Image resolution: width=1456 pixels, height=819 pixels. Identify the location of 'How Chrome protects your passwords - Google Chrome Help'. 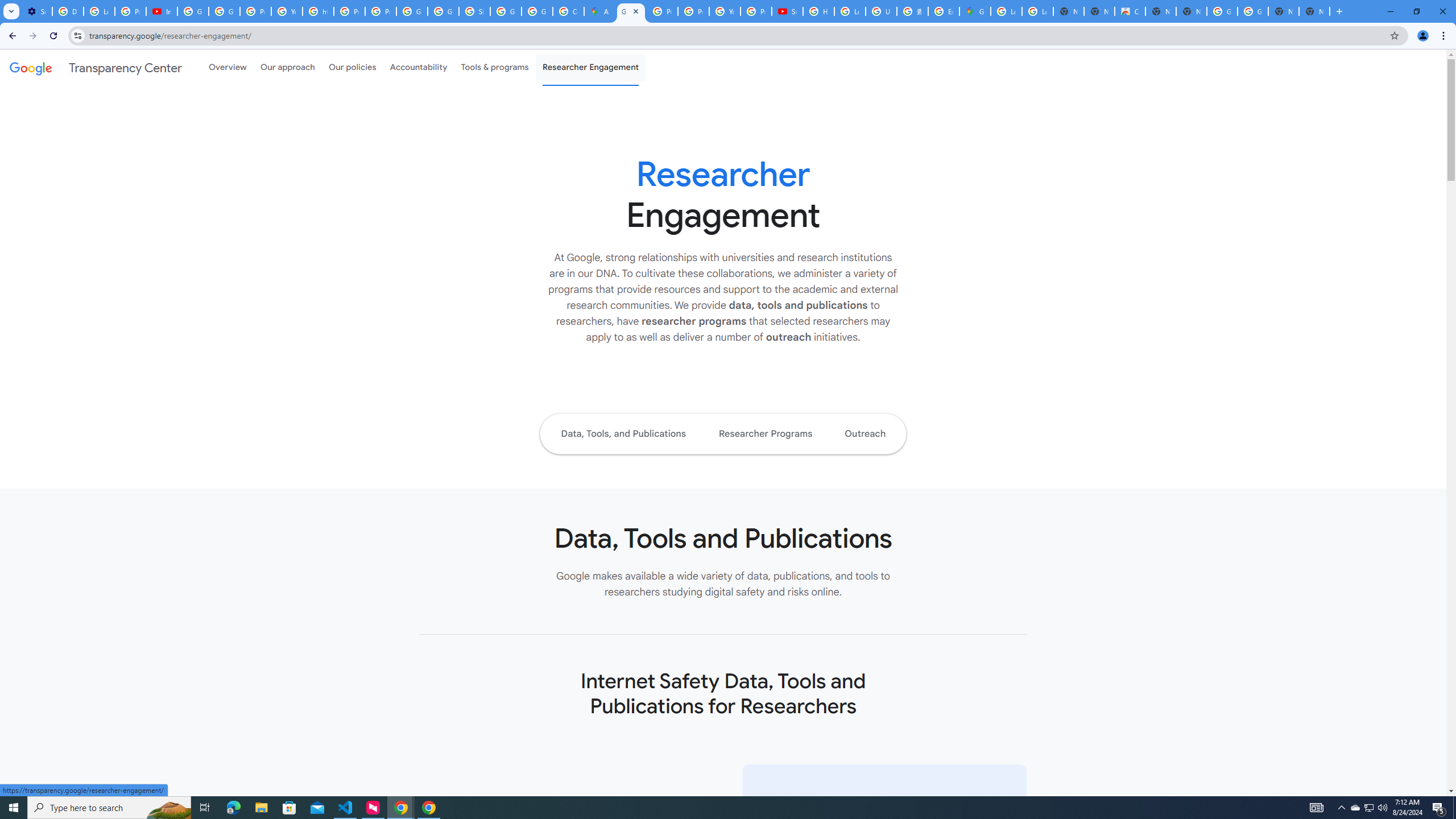
(818, 11).